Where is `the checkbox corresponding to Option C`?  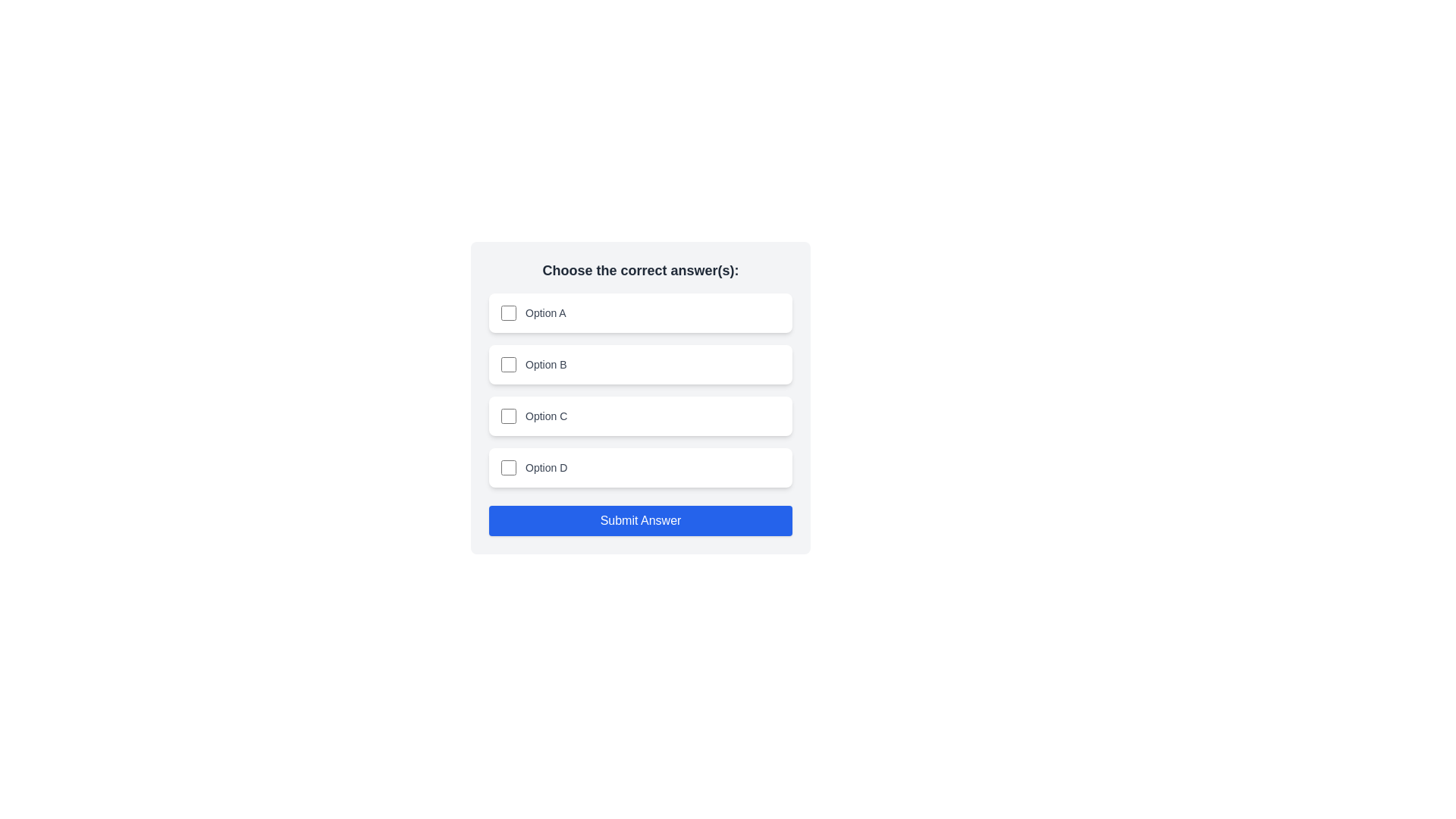 the checkbox corresponding to Option C is located at coordinates (509, 416).